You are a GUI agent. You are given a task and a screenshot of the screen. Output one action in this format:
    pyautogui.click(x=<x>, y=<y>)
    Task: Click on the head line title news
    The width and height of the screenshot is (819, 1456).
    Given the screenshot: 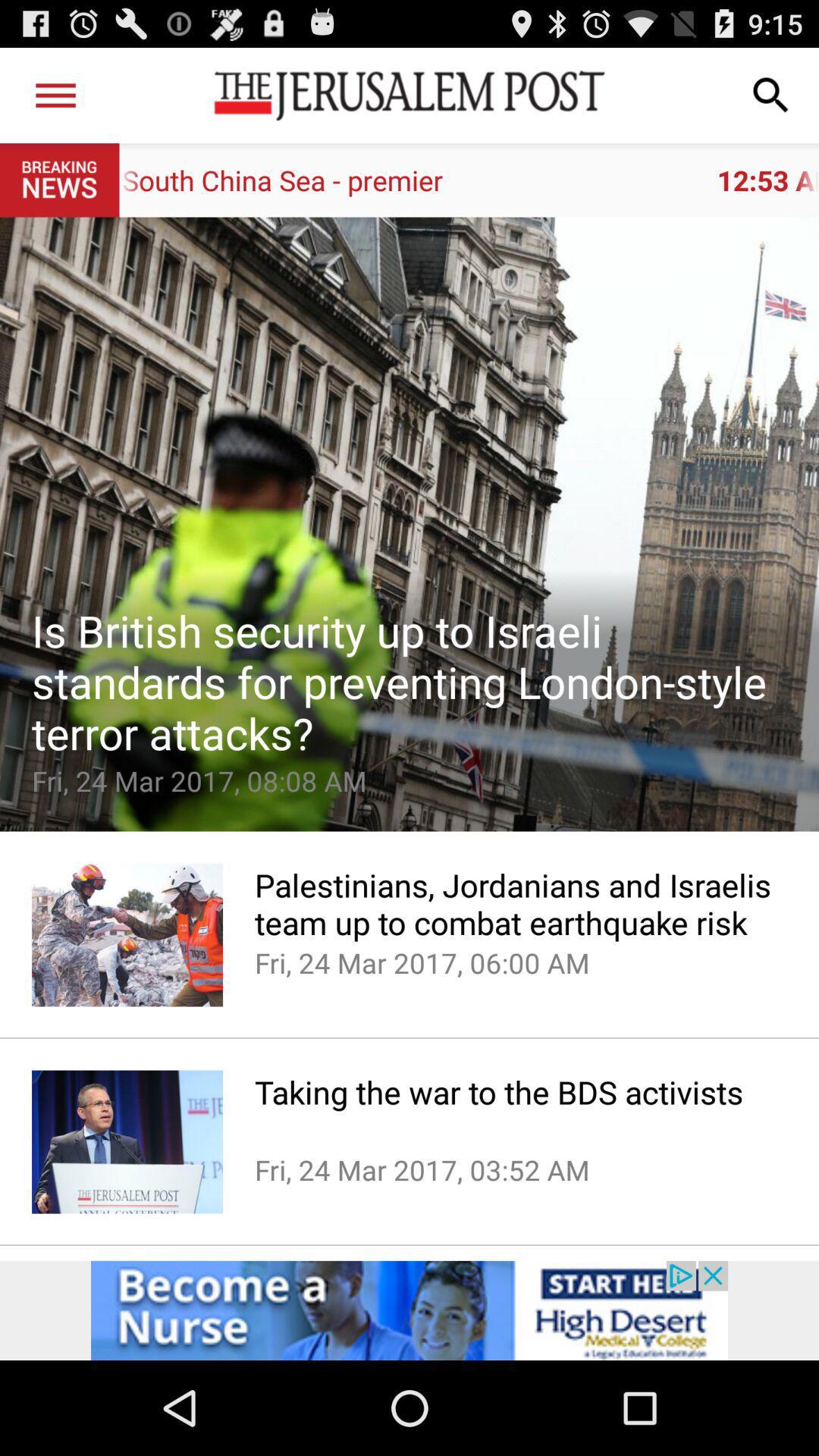 What is the action you would take?
    pyautogui.click(x=409, y=524)
    